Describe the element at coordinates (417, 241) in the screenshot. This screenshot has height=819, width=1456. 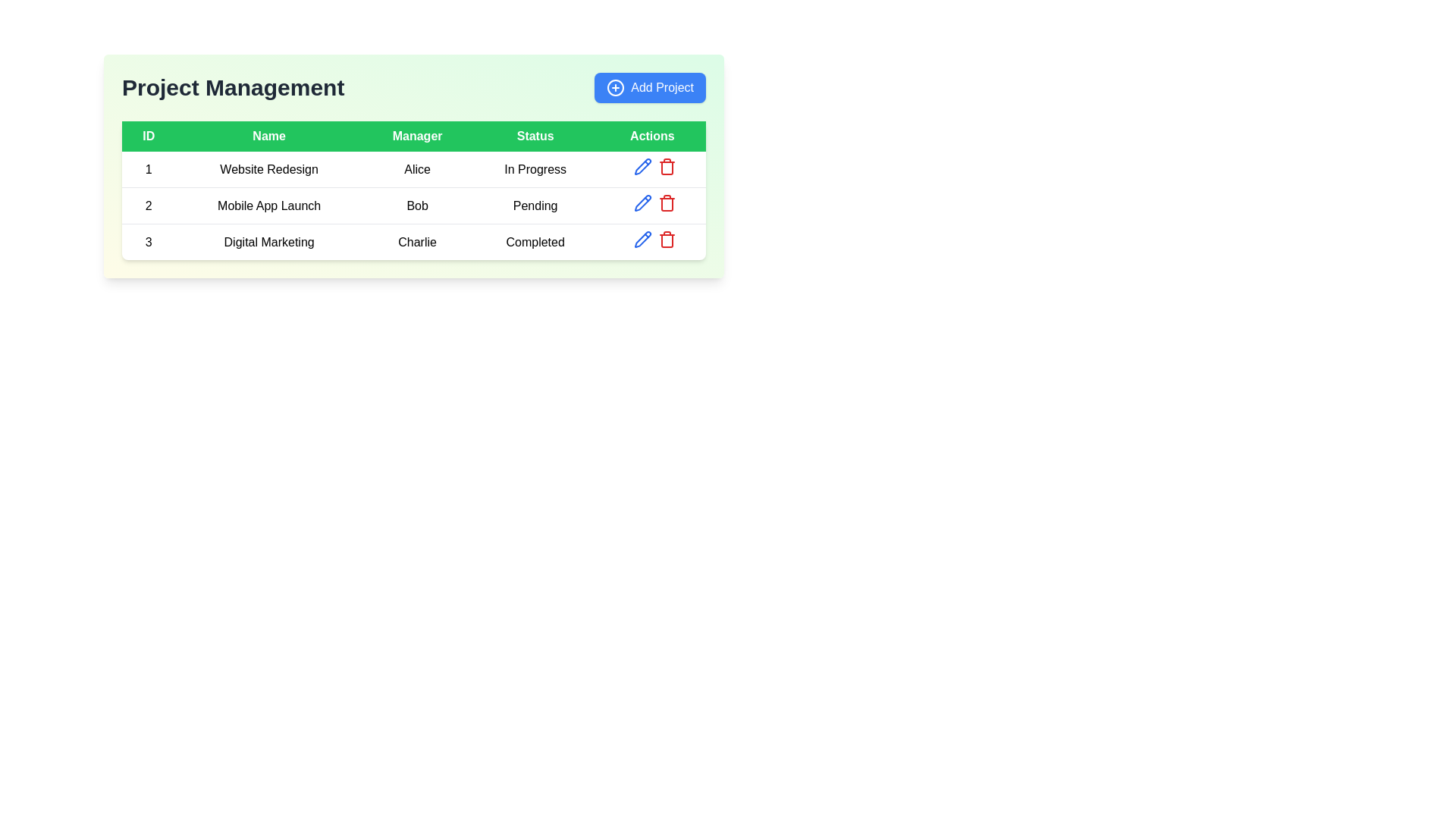
I see `the text element displaying 'Charlie' in black, which is centered in the third row and third column of the table under the 'Digital Marketing' row in the 'Project Management' section` at that location.